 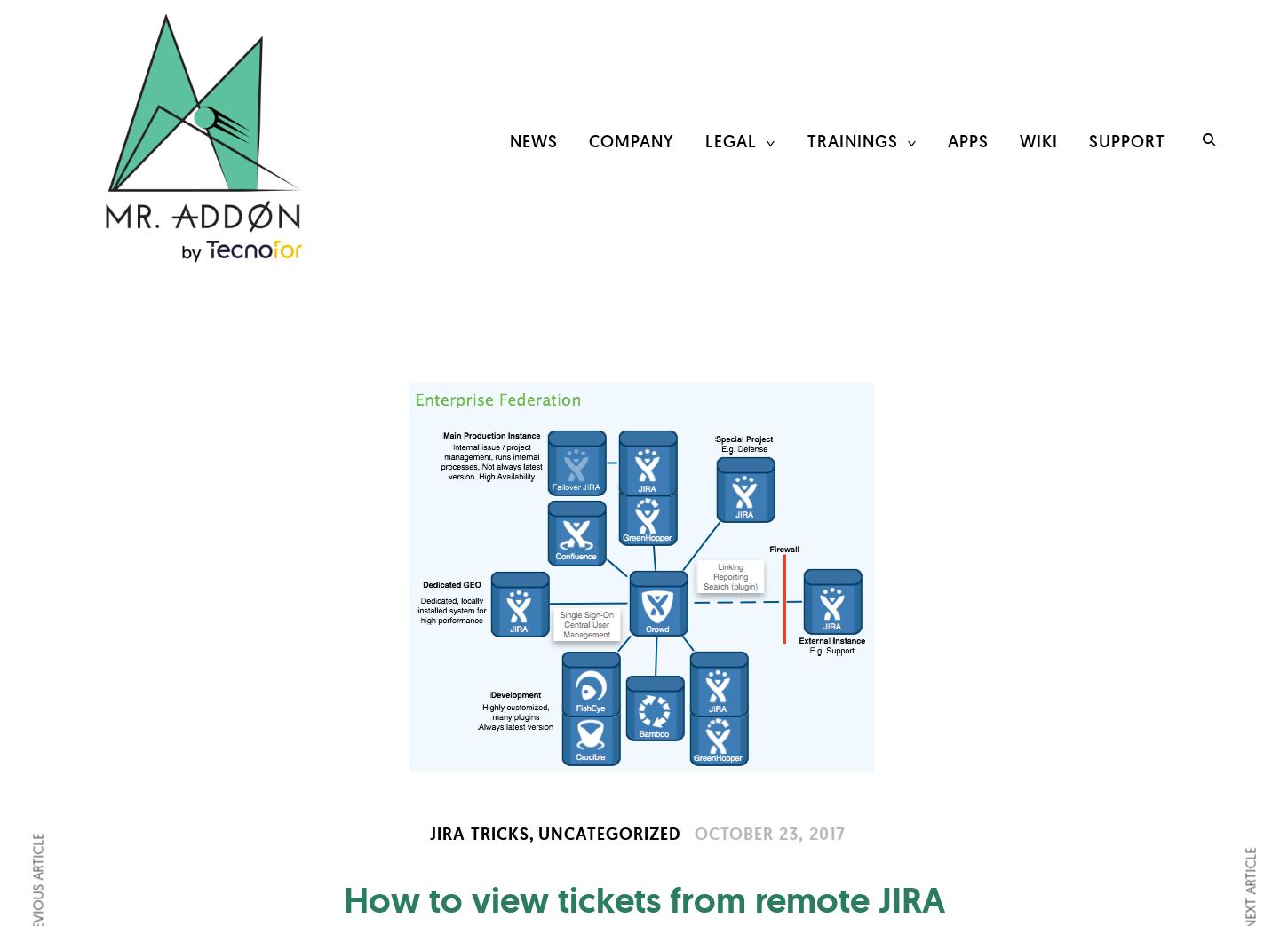 I want to click on 'TECNOFOR SLA STATEMENT', so click(x=767, y=447).